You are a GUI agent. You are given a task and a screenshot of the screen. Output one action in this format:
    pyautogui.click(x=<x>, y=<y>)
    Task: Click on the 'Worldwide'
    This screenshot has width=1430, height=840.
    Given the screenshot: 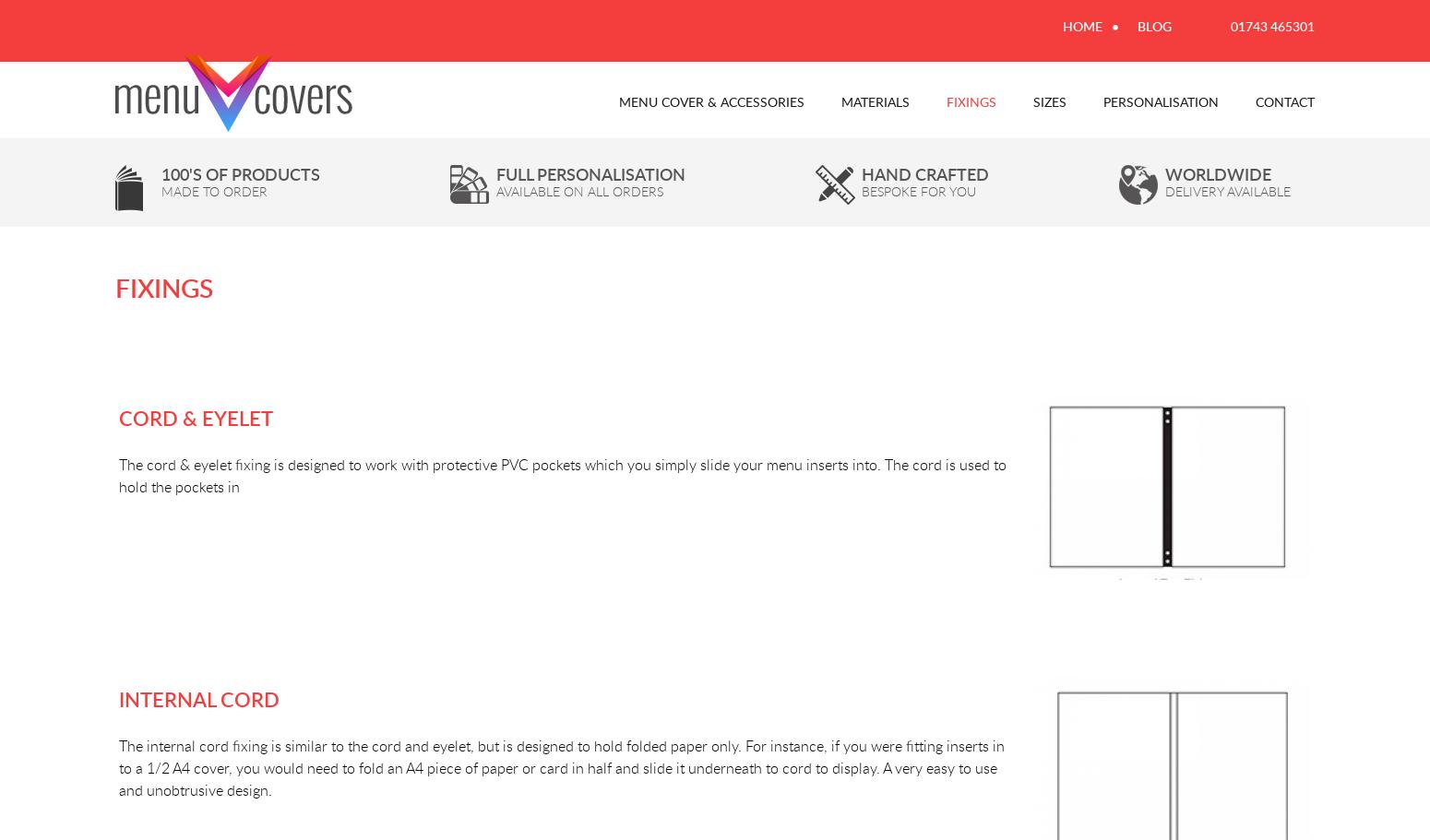 What is the action you would take?
    pyautogui.click(x=1218, y=172)
    